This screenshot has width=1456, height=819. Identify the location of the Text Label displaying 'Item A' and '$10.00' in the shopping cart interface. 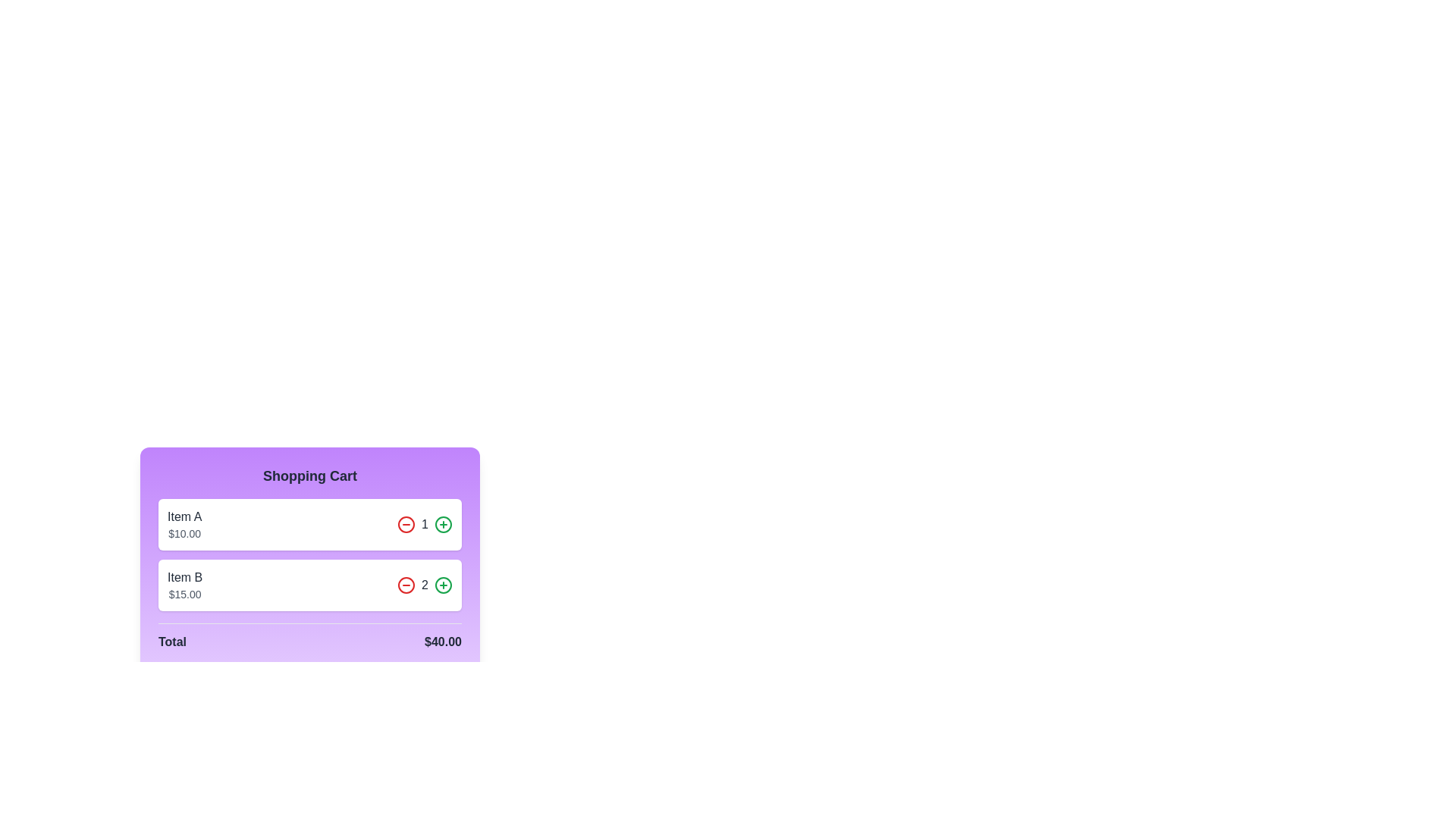
(184, 523).